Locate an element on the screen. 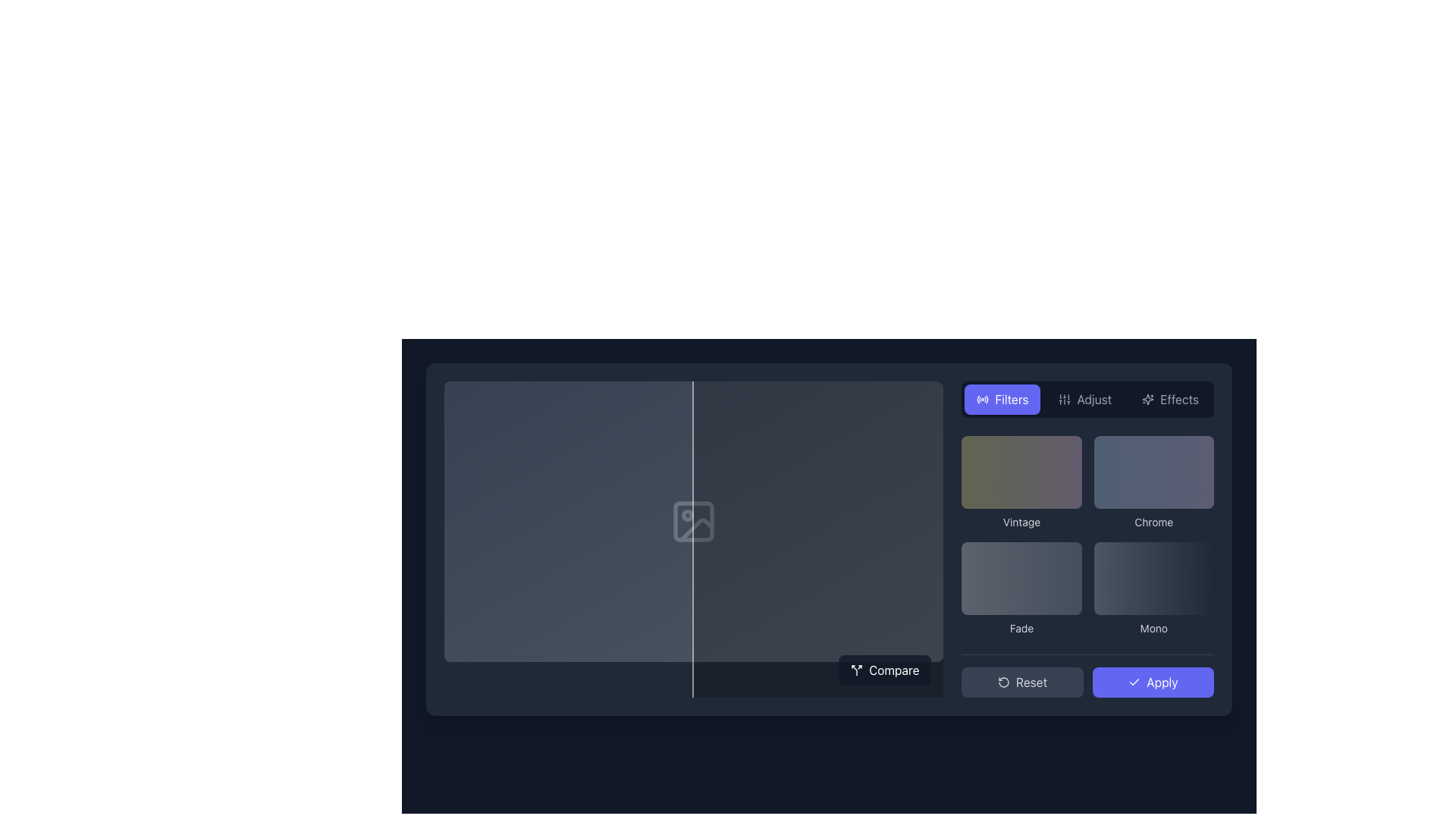 This screenshot has width=1456, height=819. the center button in the horizontal group of three buttons at the upper right section of the interface is located at coordinates (1084, 399).